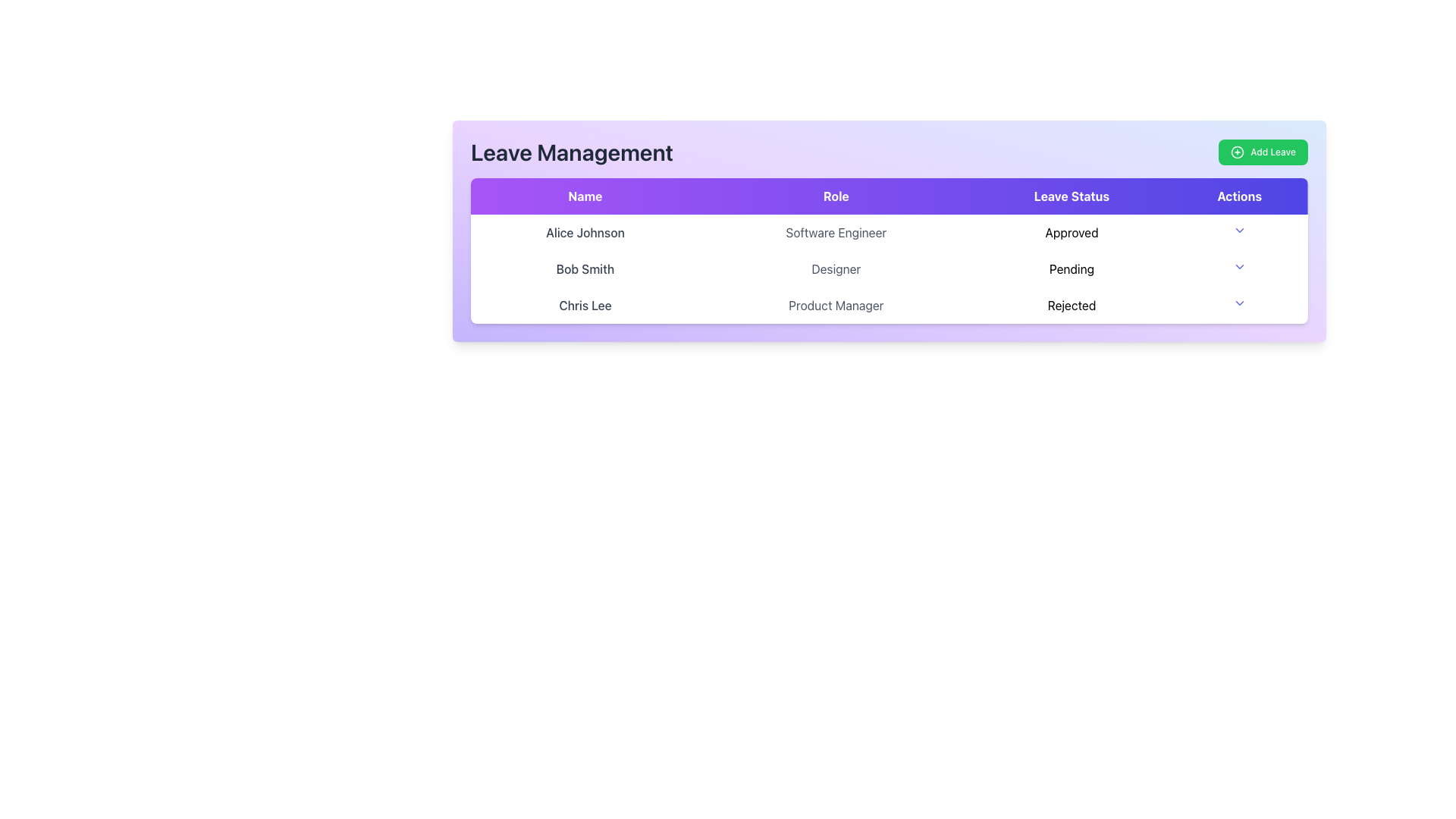  What do you see at coordinates (889, 268) in the screenshot?
I see `the table row element displaying information about 'Bob Smith', which includes their role as 'Designer' and leave status 'Pending'` at bounding box center [889, 268].